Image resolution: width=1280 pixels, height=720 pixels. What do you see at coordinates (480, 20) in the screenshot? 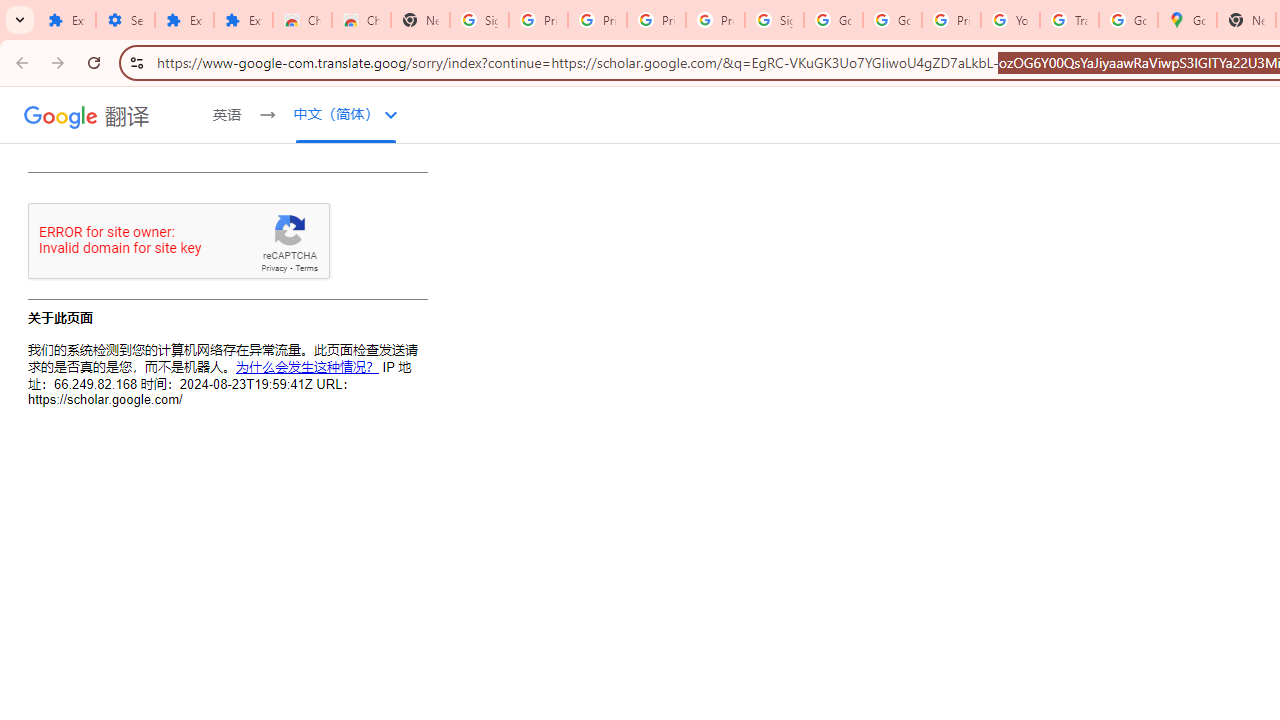
I see `'Sign in - Google Accounts'` at bounding box center [480, 20].